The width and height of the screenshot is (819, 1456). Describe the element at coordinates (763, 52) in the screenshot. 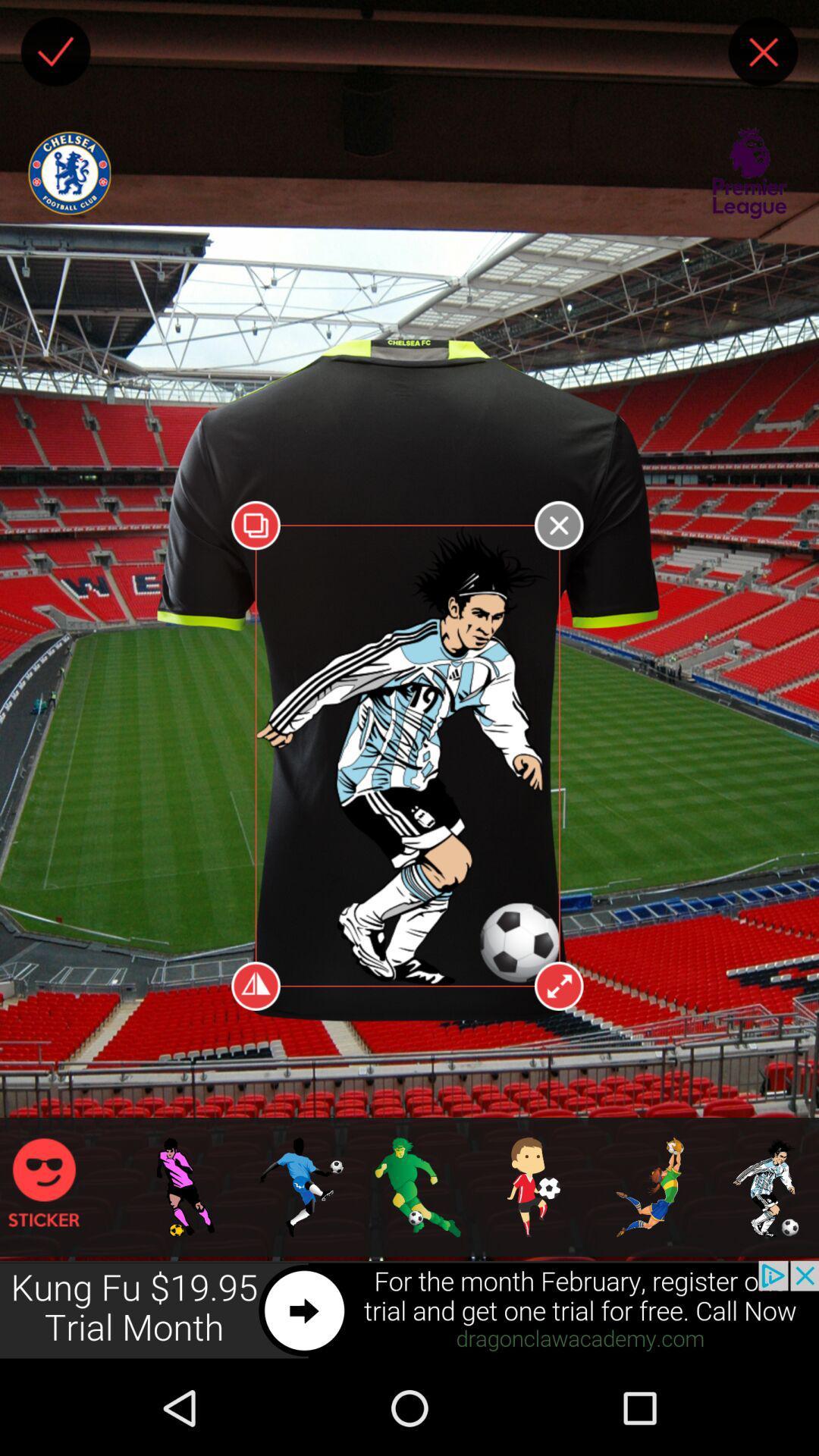

I see `cancel button` at that location.